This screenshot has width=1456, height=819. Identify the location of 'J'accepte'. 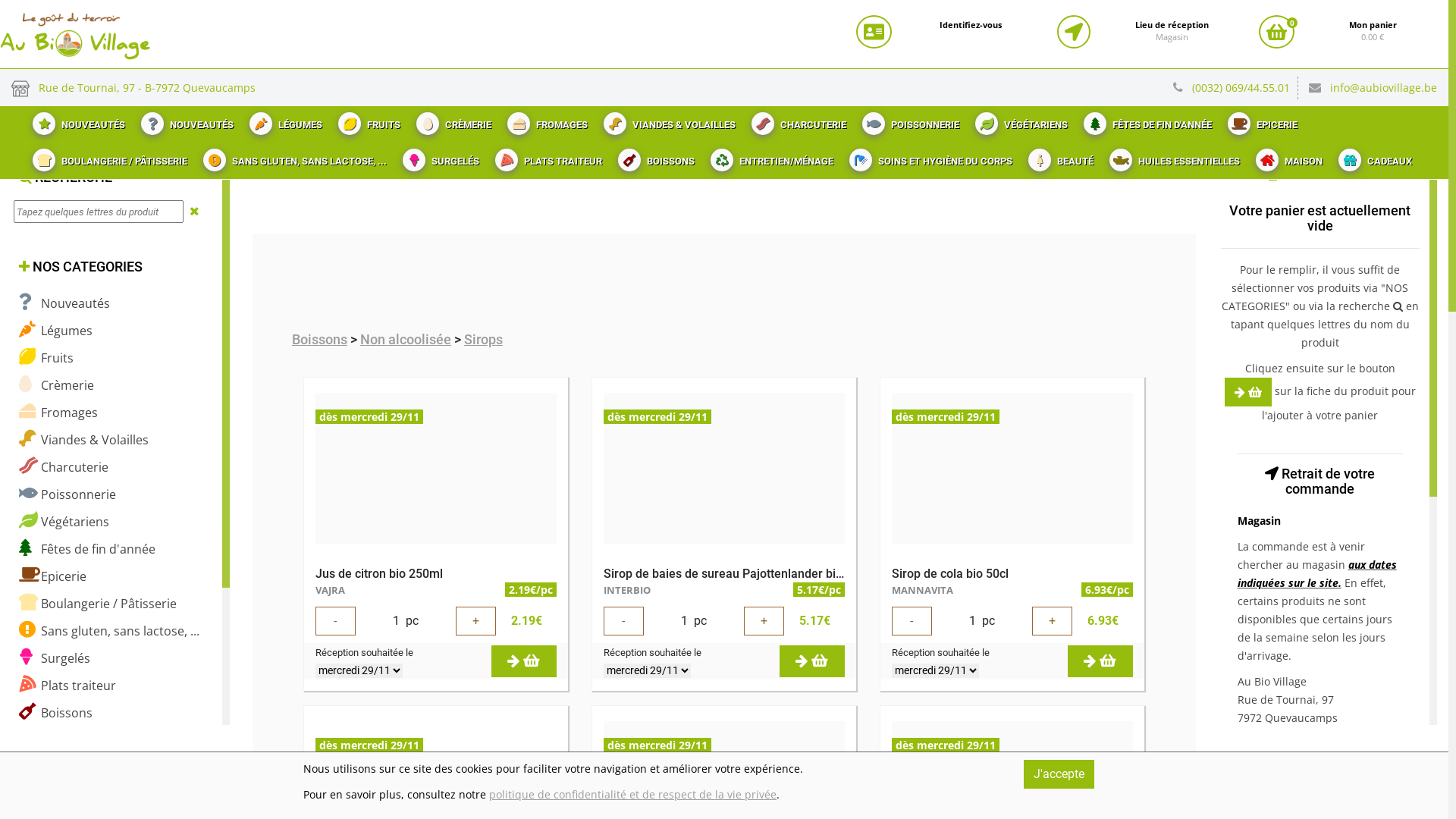
(1058, 774).